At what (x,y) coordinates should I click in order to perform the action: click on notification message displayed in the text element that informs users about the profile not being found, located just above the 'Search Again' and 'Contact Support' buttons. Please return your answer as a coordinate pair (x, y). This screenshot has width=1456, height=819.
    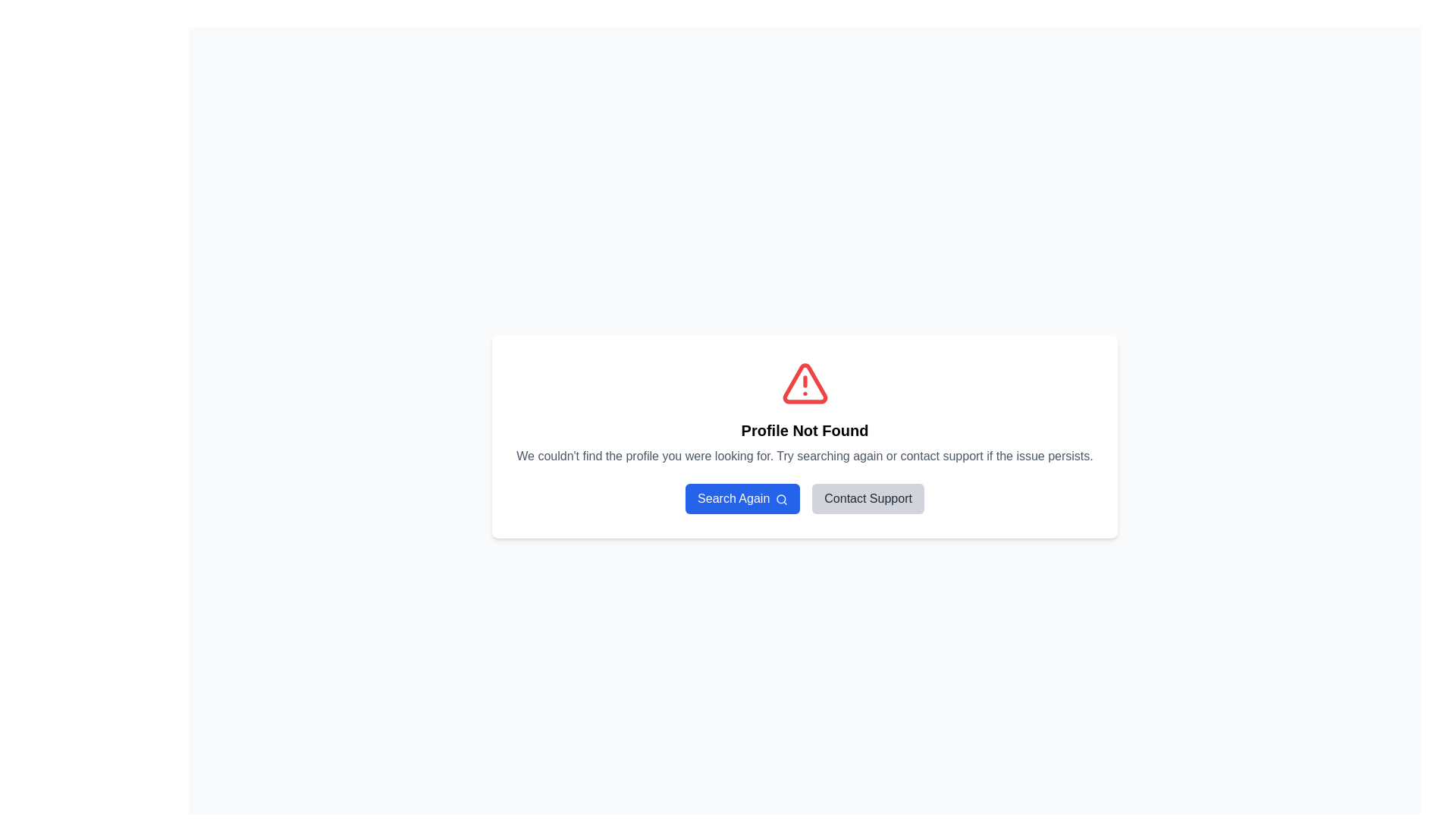
    Looking at the image, I should click on (804, 455).